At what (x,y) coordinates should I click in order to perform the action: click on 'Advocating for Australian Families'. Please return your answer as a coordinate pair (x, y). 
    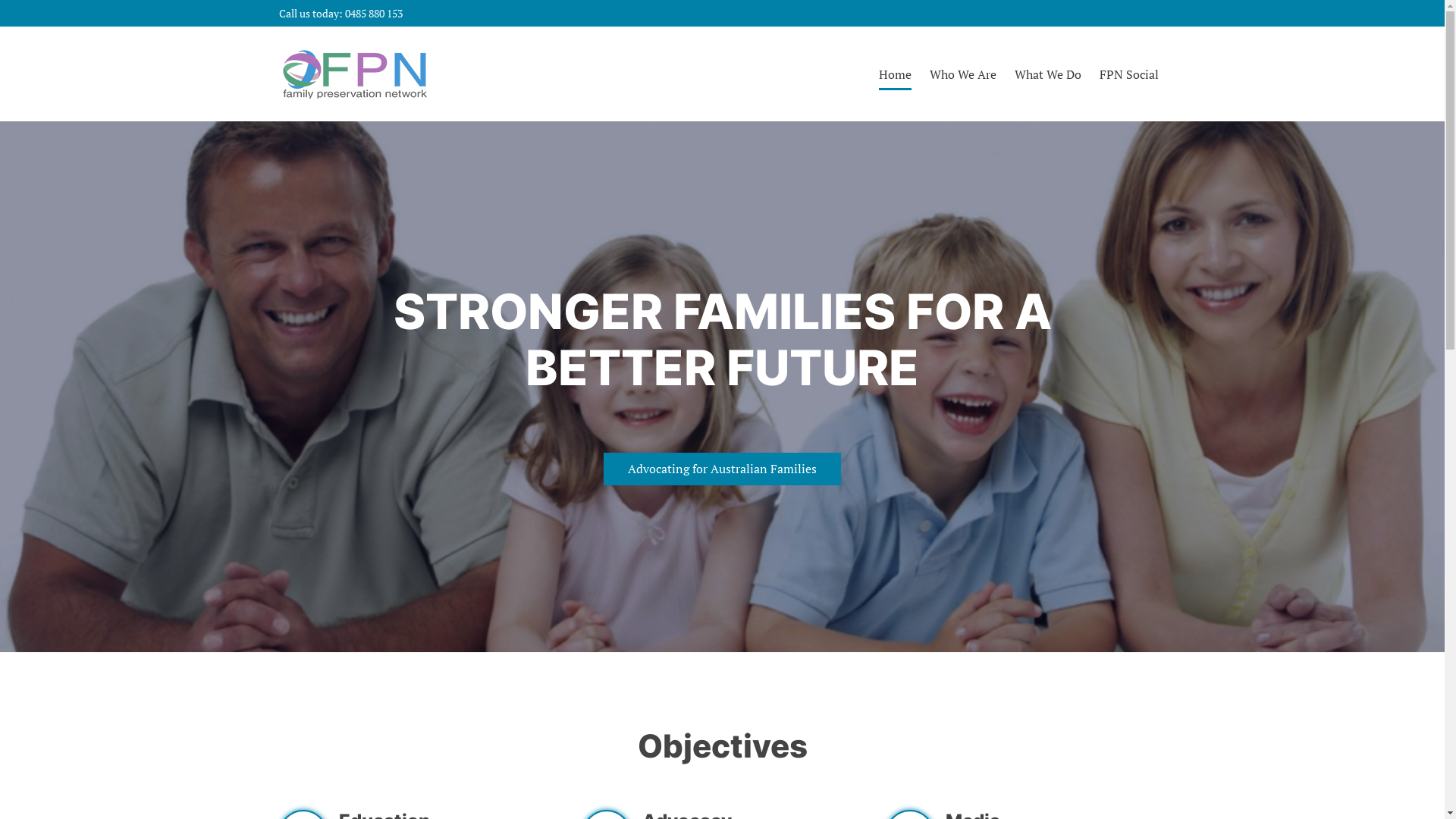
    Looking at the image, I should click on (721, 468).